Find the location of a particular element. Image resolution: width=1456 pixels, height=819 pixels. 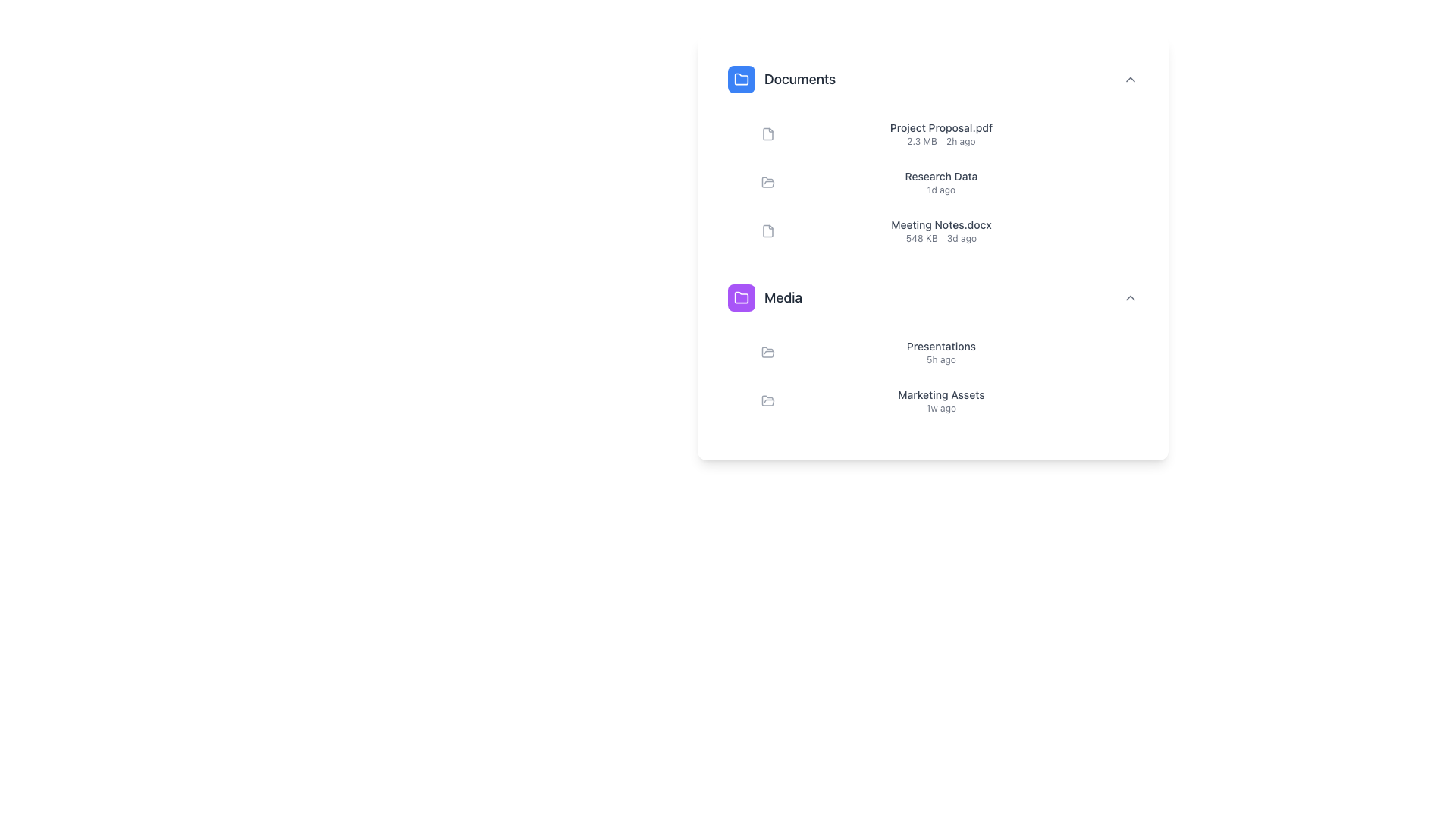

the folder icon located in the 'Media' section, positioned to the left of the 'Media' label text, which is part of a group with a purple background and rounded corners is located at coordinates (742, 298).